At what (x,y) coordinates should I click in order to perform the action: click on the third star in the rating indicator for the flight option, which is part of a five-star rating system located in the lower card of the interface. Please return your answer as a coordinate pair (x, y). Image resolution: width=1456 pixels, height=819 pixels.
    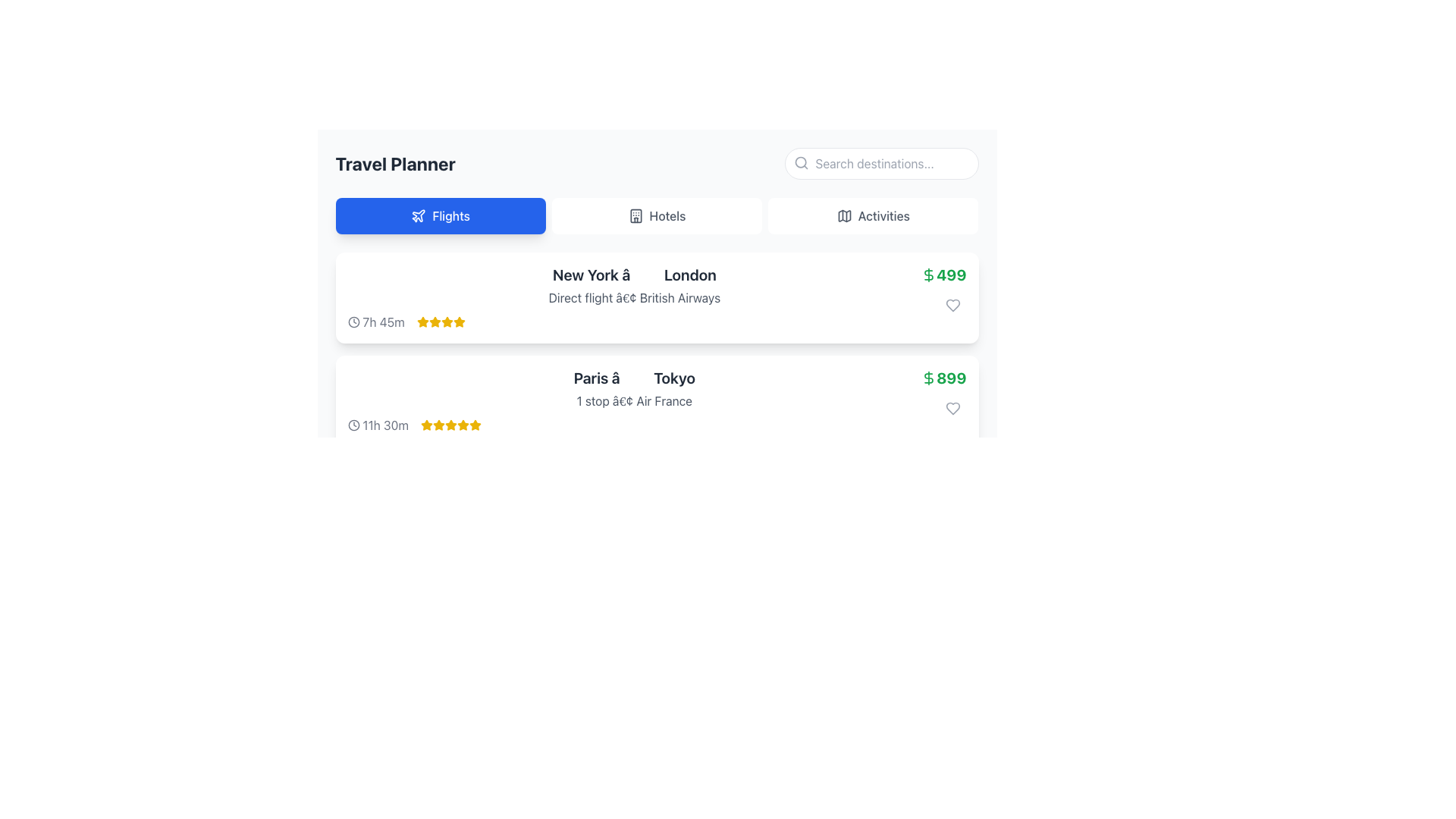
    Looking at the image, I should click on (450, 425).